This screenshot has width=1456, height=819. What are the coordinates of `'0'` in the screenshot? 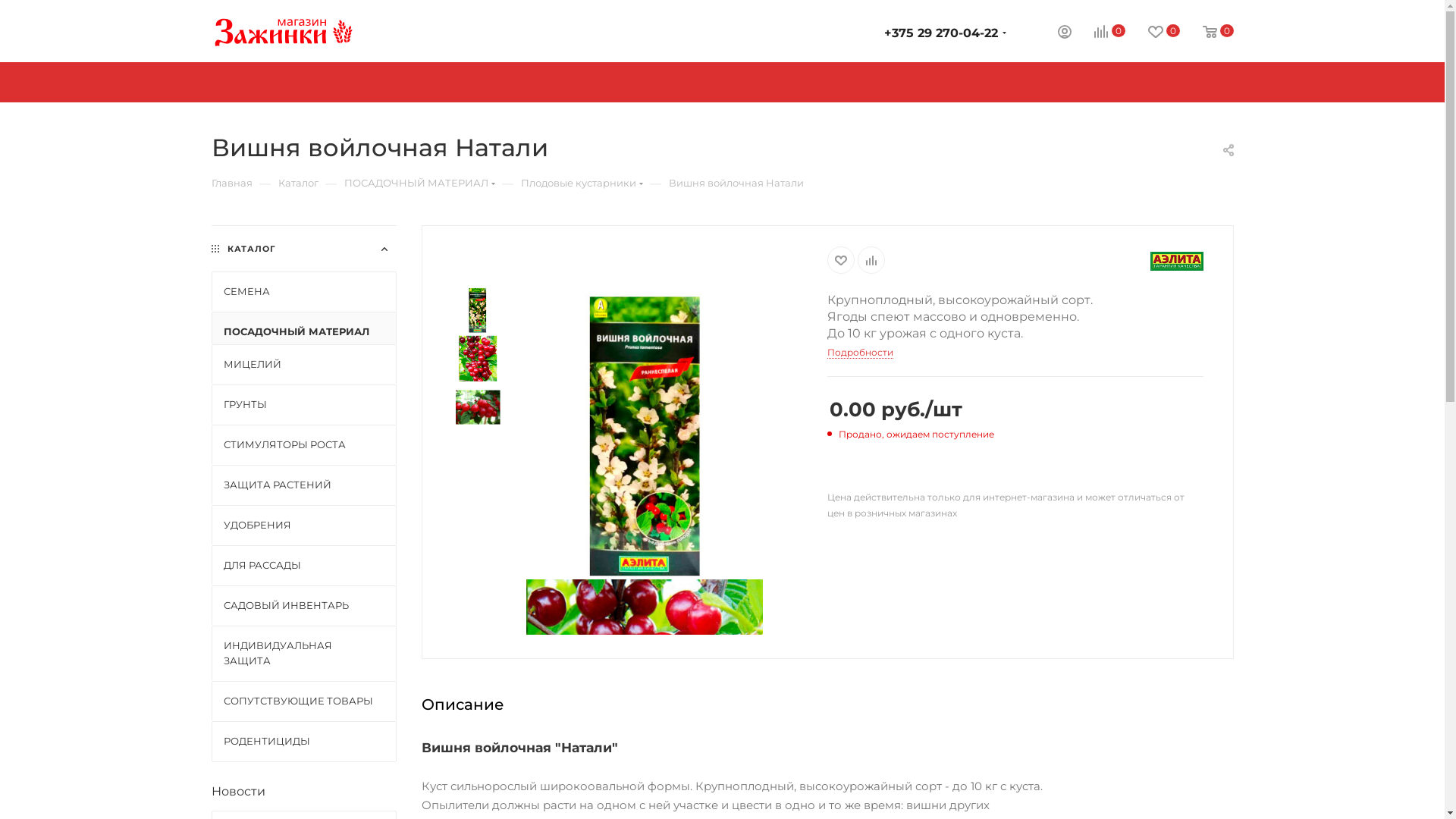 It's located at (1153, 32).